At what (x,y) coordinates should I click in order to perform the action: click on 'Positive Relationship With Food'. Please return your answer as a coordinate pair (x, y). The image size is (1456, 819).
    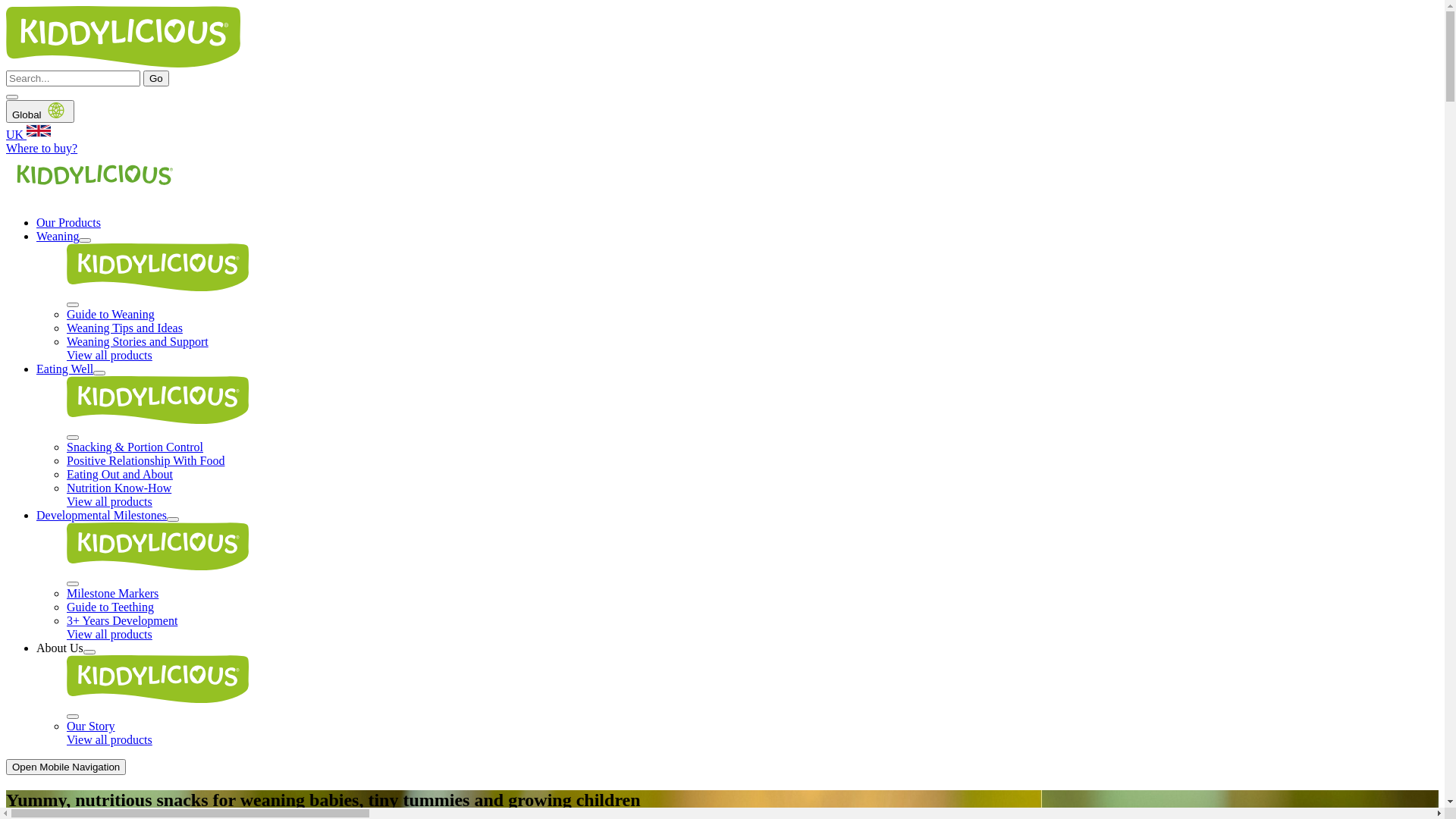
    Looking at the image, I should click on (65, 460).